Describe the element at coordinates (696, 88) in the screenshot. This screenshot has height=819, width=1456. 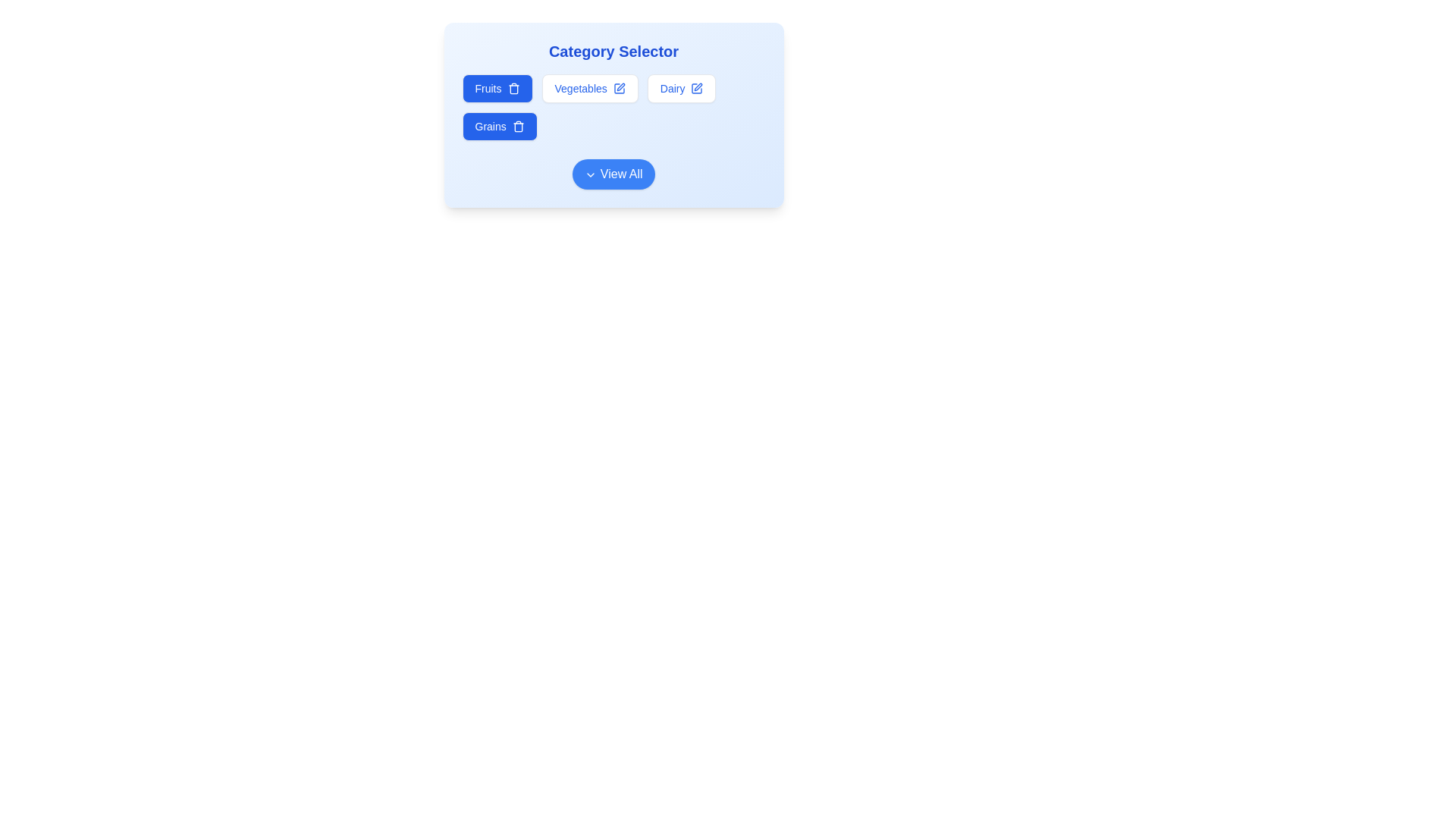
I see `edit icon associated with the category Dairy to select it` at that location.